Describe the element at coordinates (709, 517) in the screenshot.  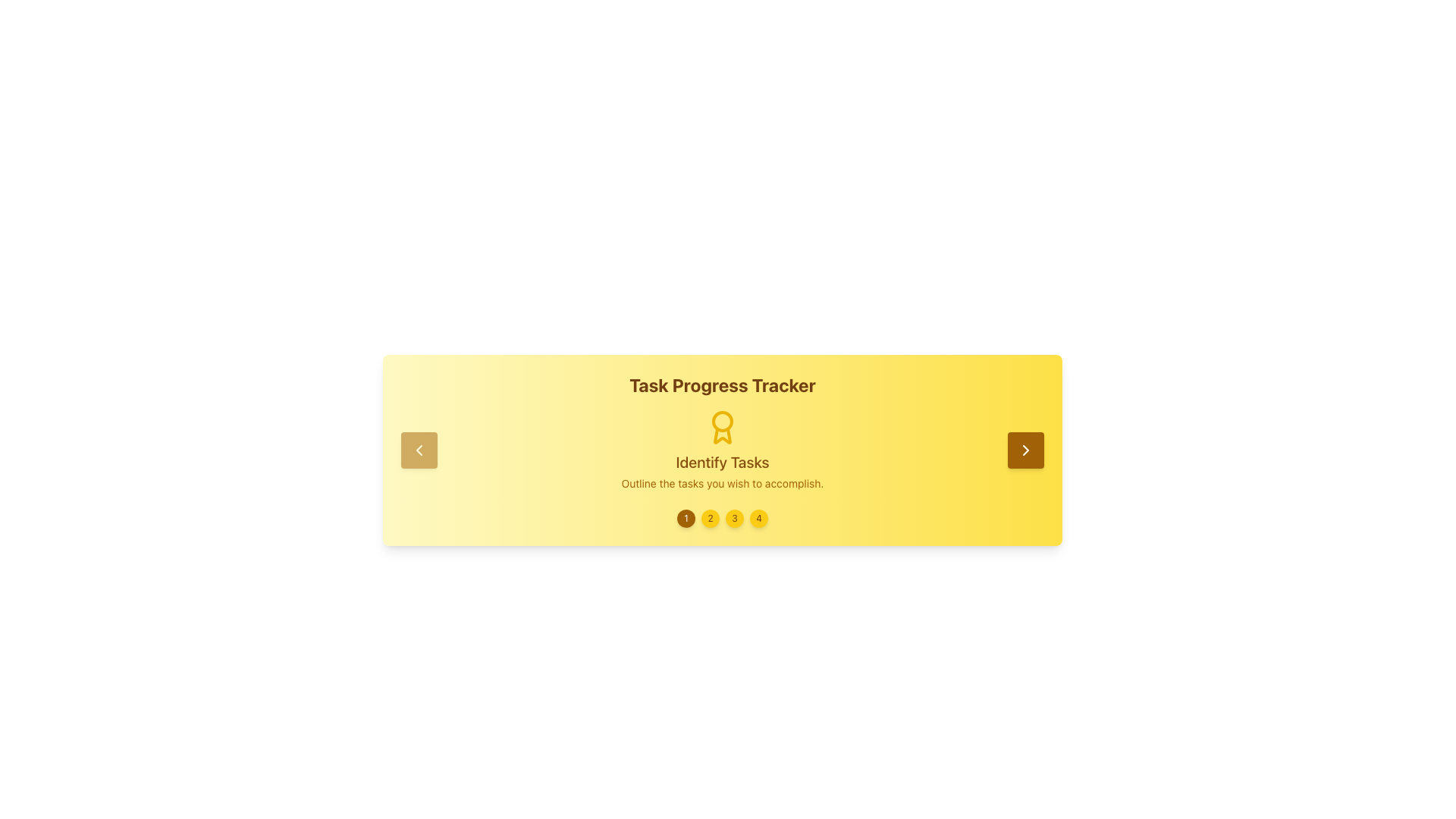
I see `the small, circular button with a yellow background and the number '2', located directly below the text 'Identify Tasks'` at that location.